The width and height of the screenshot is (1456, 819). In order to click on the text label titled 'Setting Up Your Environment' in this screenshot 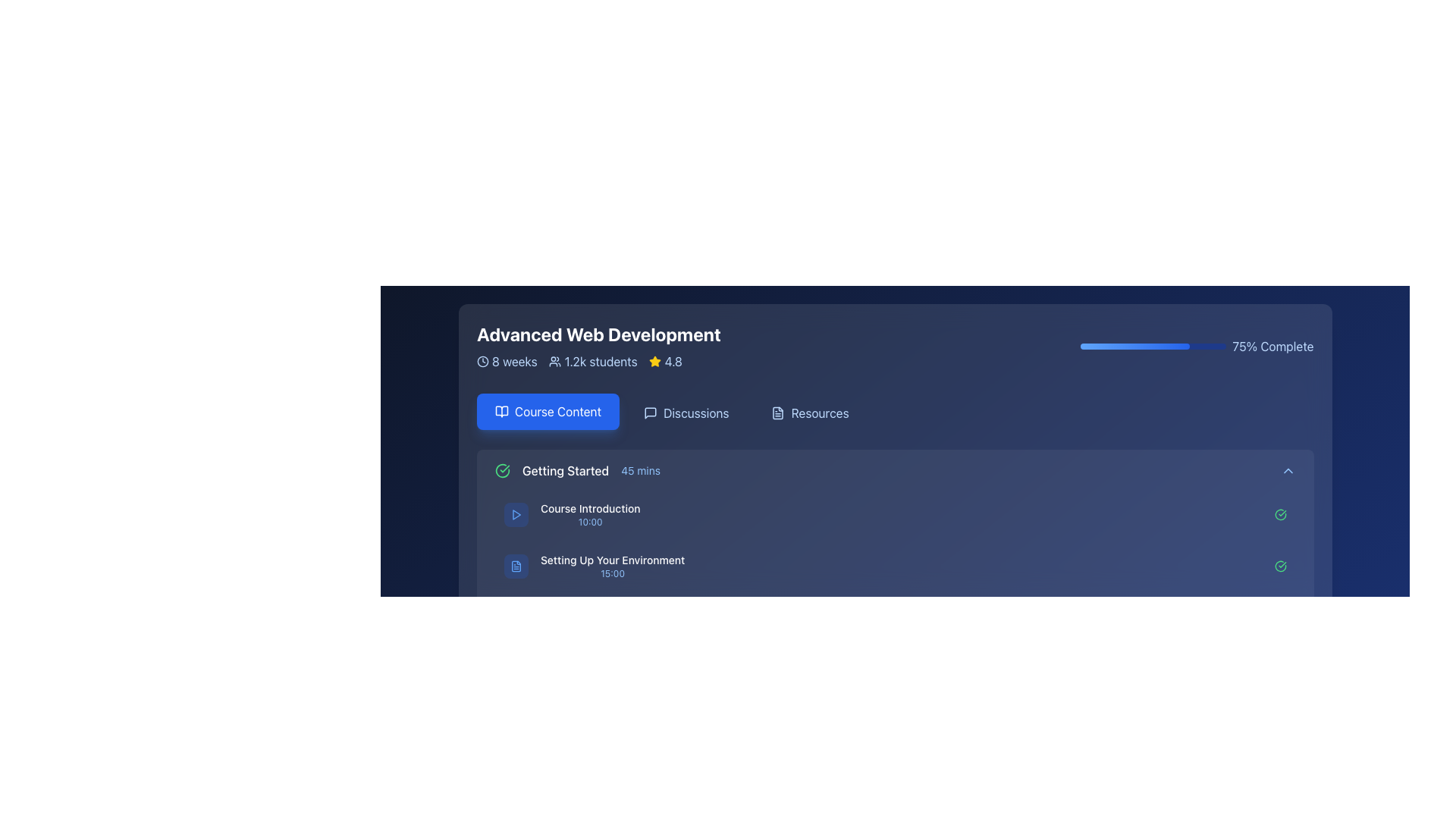, I will do `click(612, 566)`.